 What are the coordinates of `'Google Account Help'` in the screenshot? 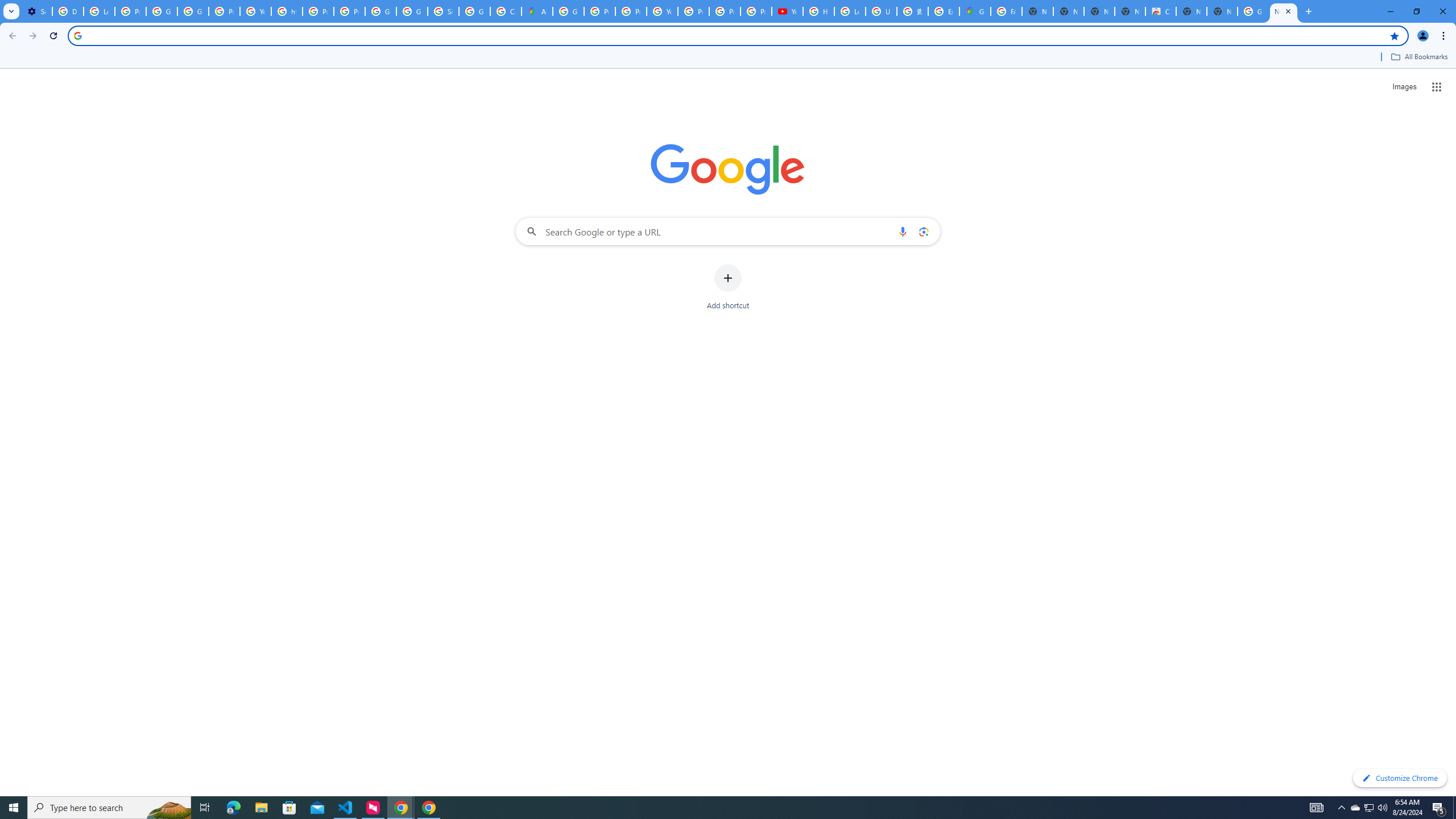 It's located at (162, 11).